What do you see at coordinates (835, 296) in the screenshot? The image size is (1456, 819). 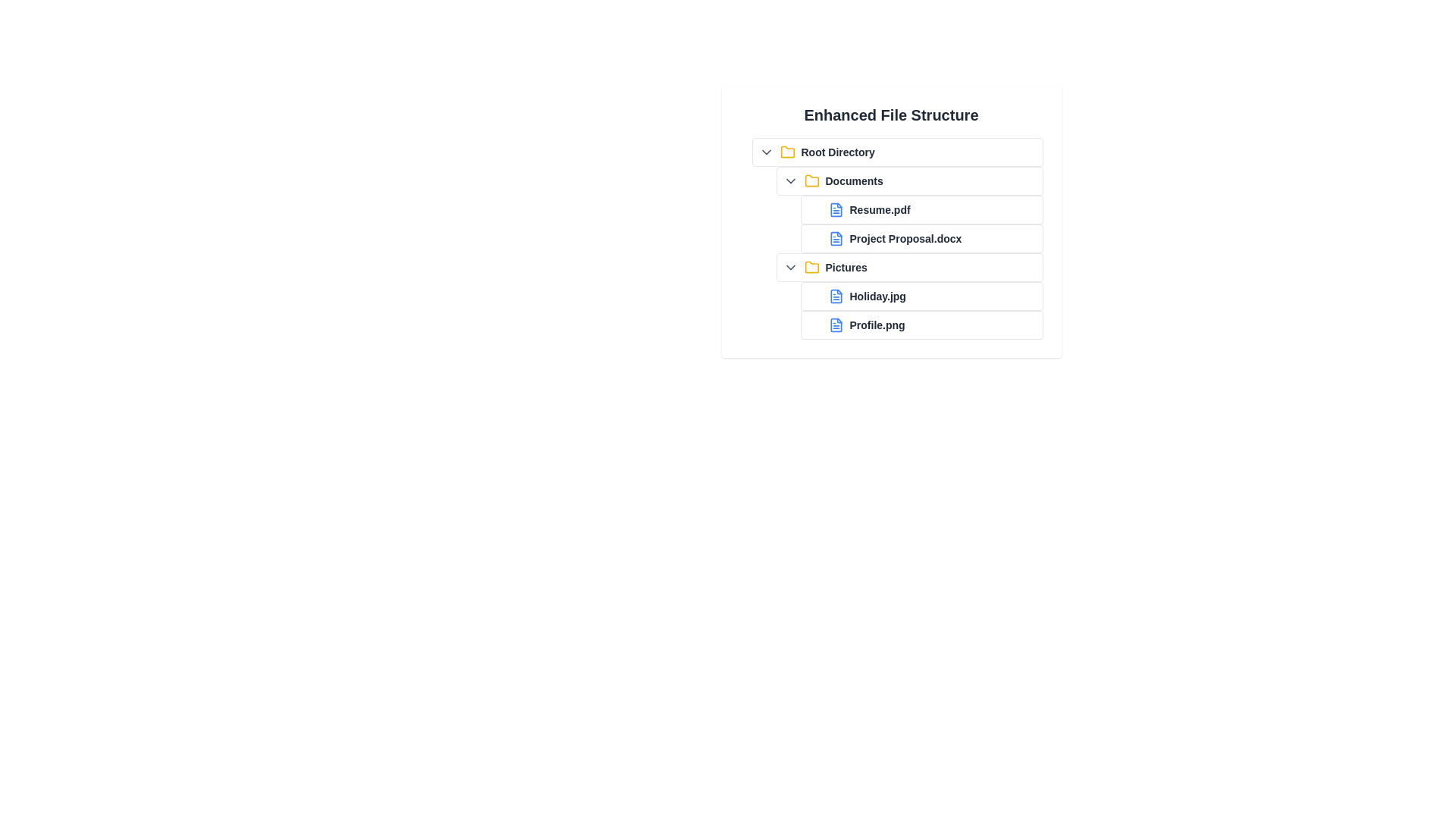 I see `the File icon representing 'Holiday.jpg'` at bounding box center [835, 296].